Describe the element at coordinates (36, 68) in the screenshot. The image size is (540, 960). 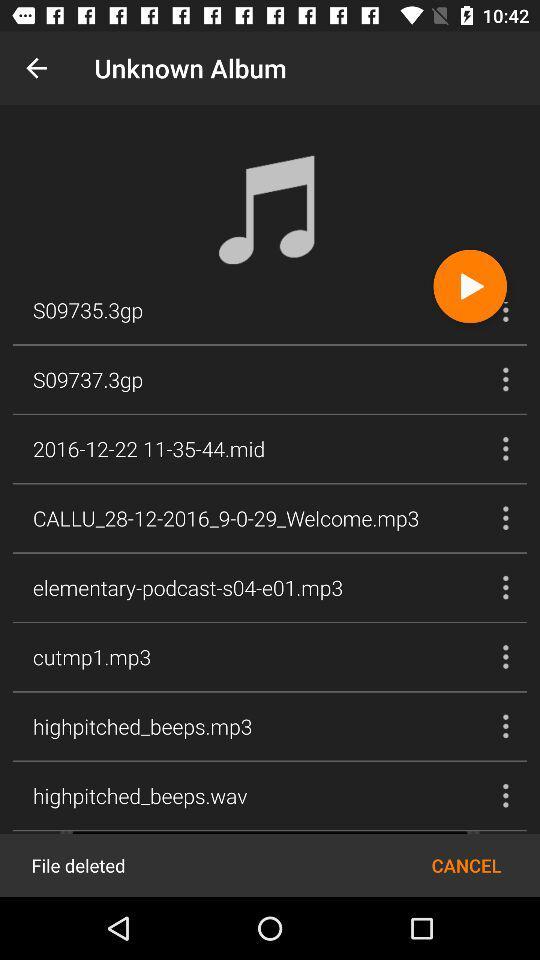
I see `the icon to the left of the unknown album app` at that location.